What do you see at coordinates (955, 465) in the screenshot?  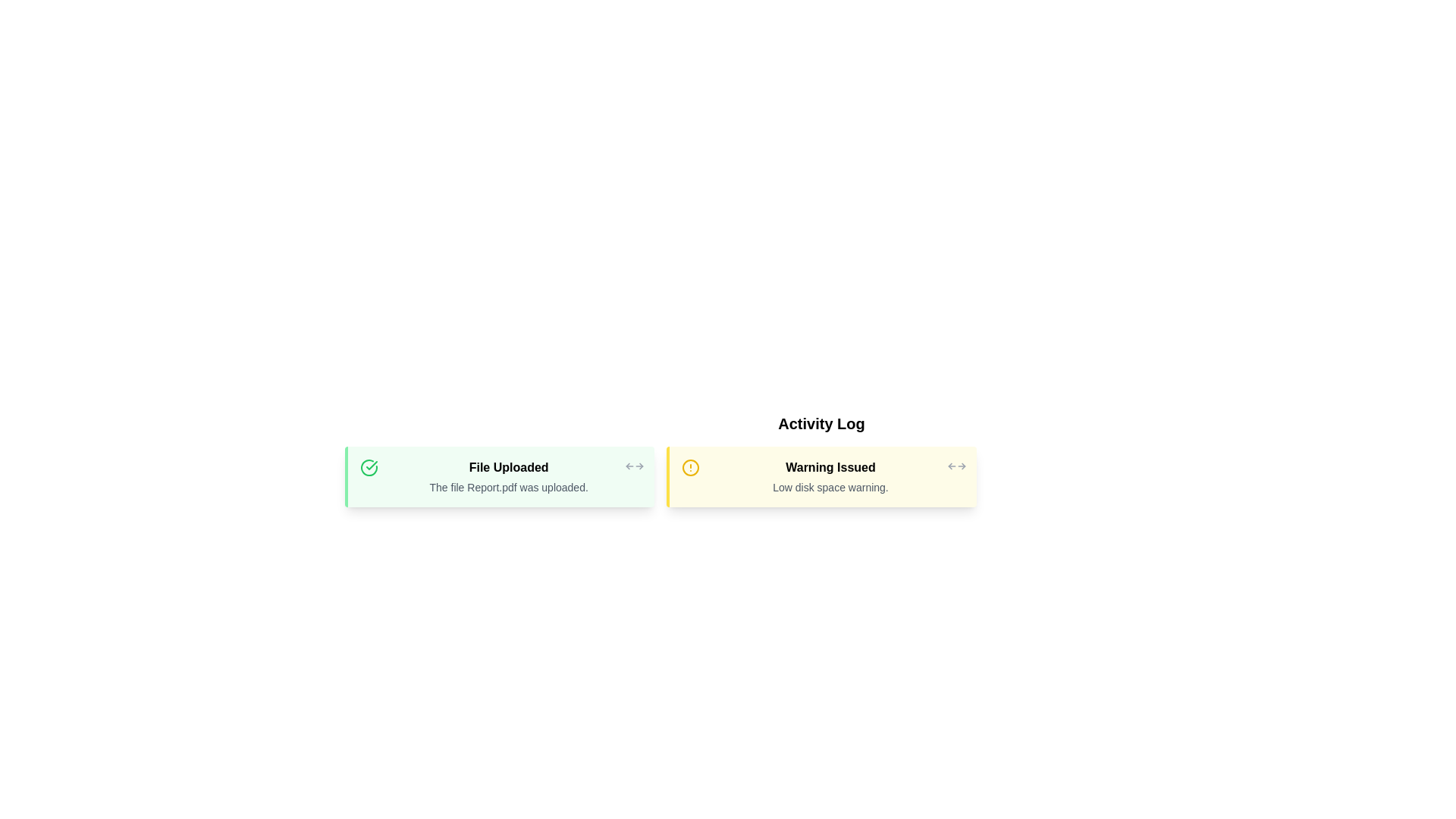 I see `the close button of the activity log entry with title Warning Issued` at bounding box center [955, 465].